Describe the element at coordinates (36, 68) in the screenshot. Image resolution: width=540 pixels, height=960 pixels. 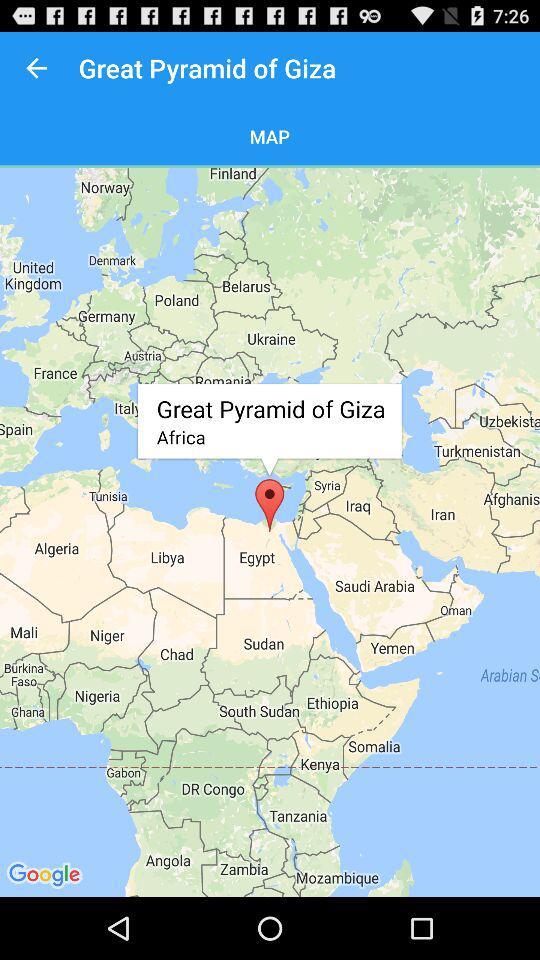
I see `the icon at the top left corner` at that location.